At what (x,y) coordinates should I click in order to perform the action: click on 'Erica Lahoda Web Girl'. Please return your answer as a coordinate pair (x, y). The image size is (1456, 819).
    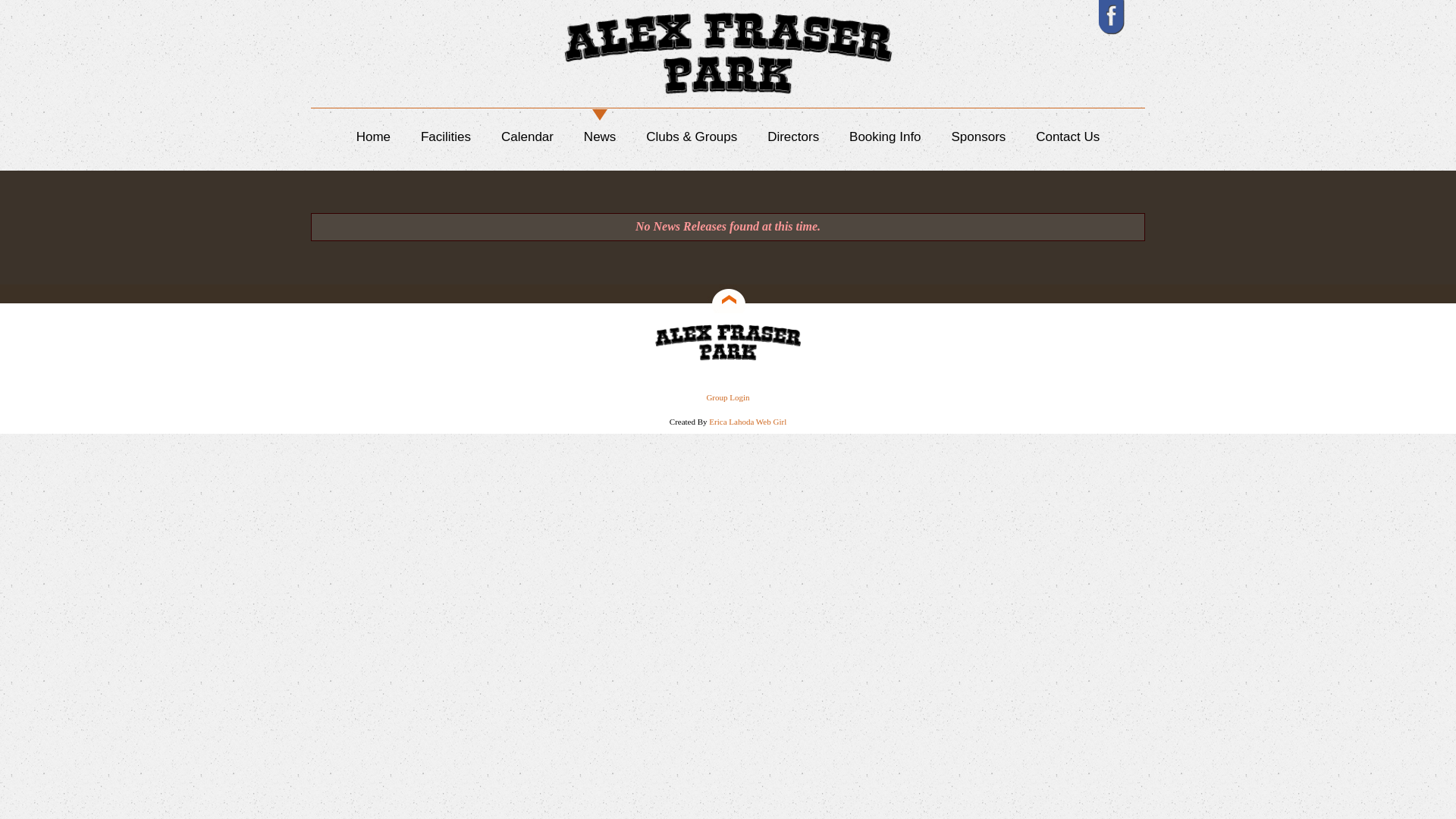
    Looking at the image, I should click on (747, 421).